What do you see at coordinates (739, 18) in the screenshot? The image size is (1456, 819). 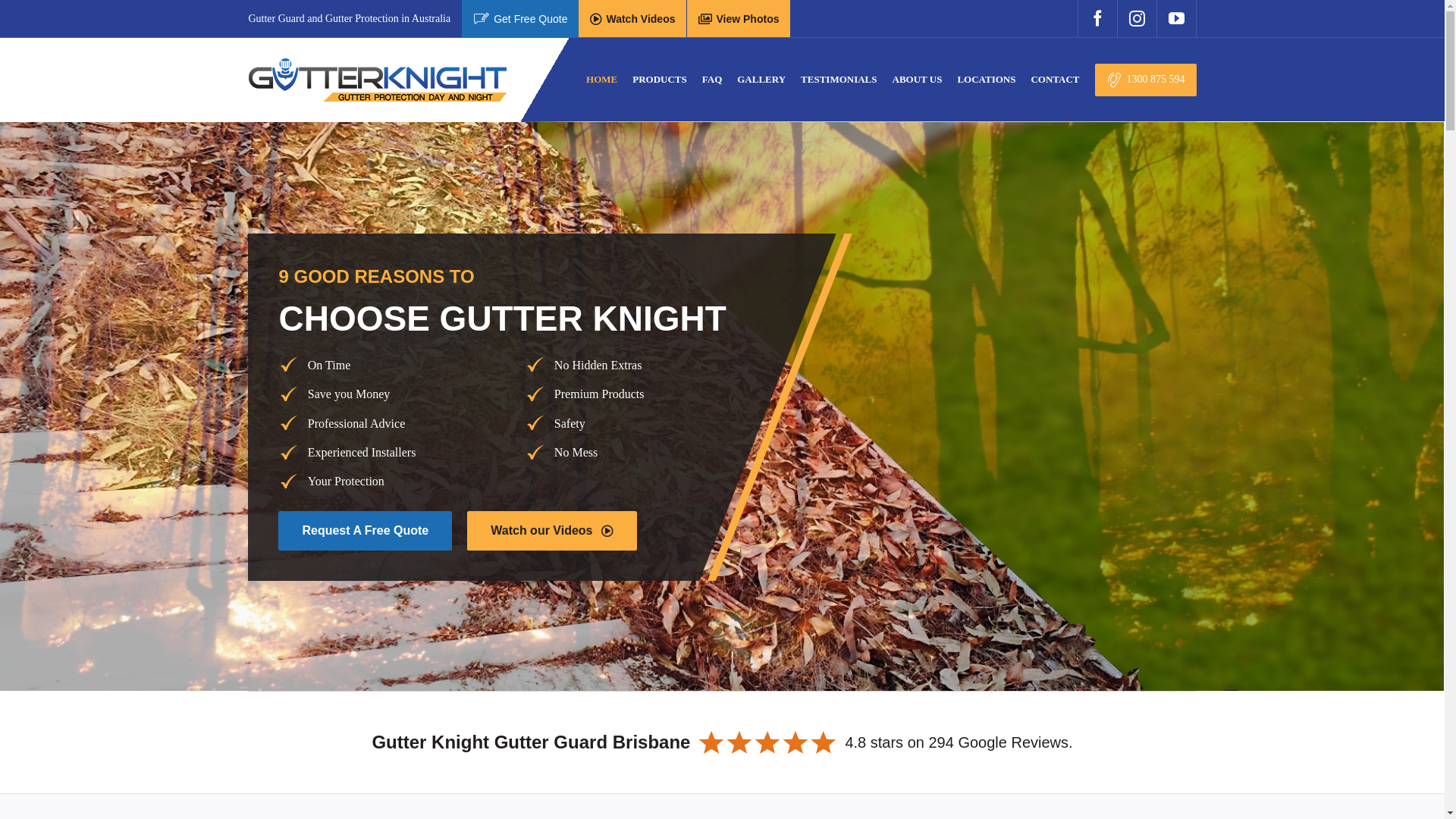 I see `'View Photos'` at bounding box center [739, 18].